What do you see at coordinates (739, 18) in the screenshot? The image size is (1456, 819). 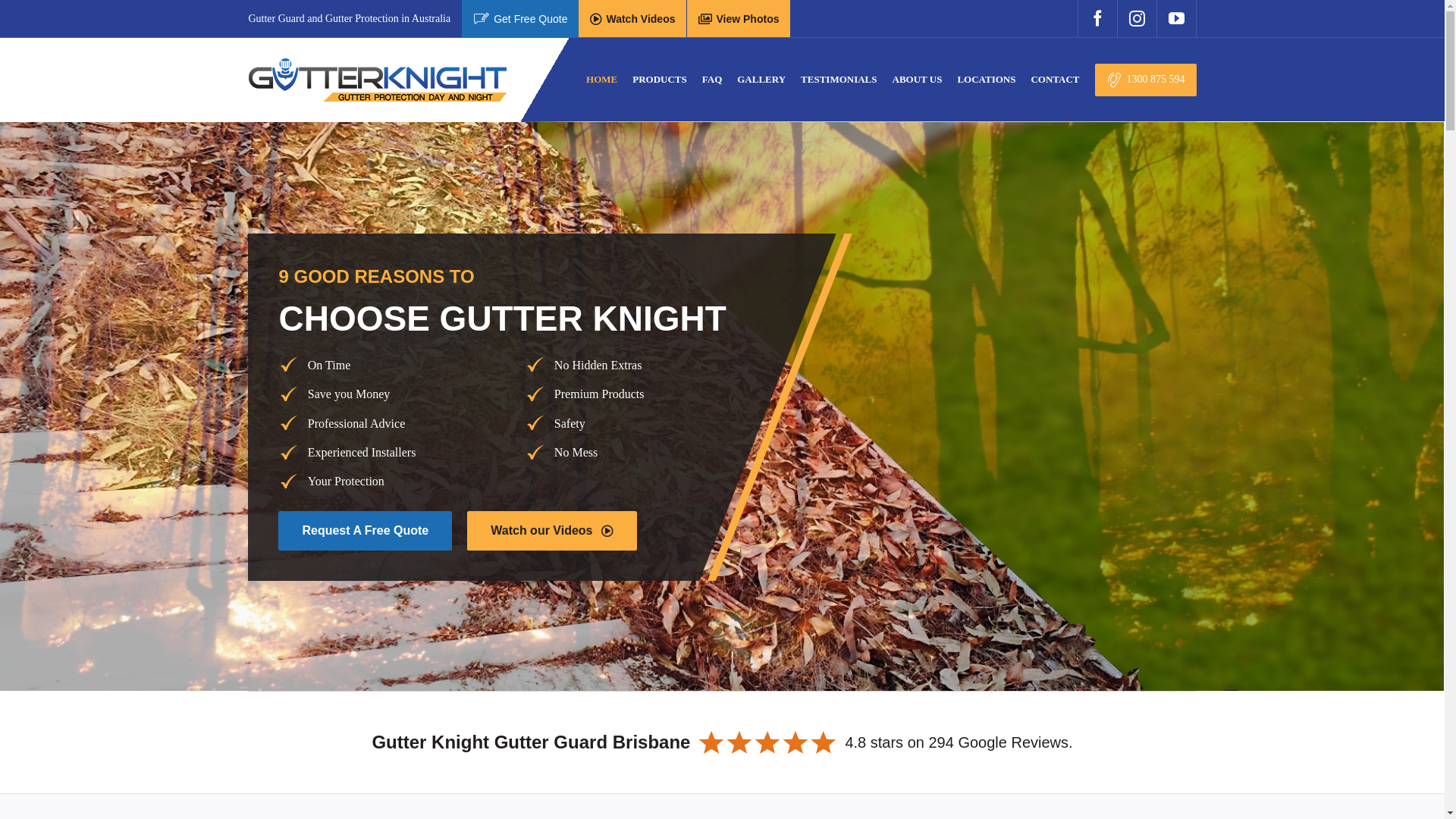 I see `'View Photos'` at bounding box center [739, 18].